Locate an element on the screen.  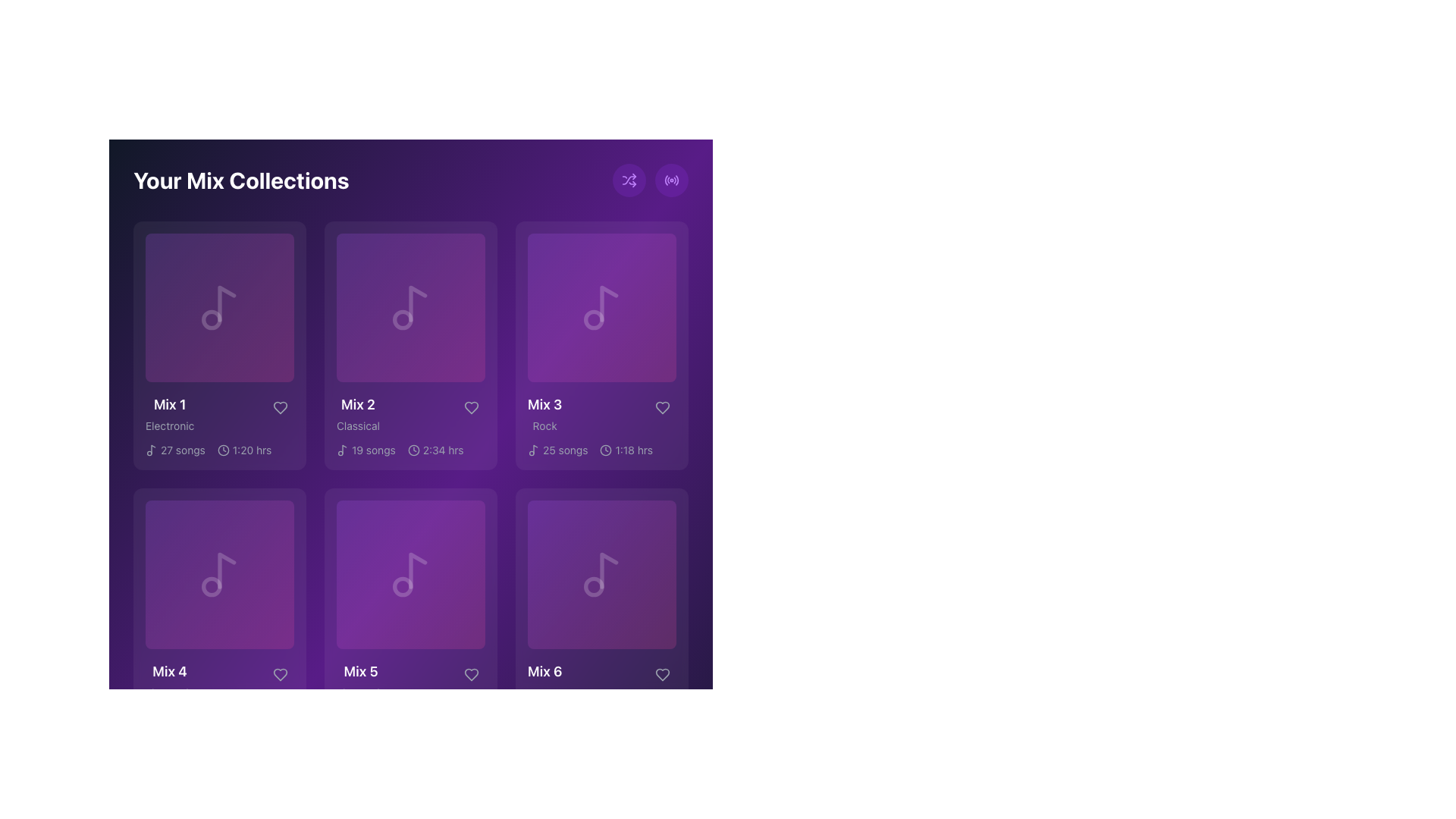
the music-related icon located on the 'Mix 3' card, which is the third item in the first row of the grid-like arrangement is located at coordinates (535, 448).